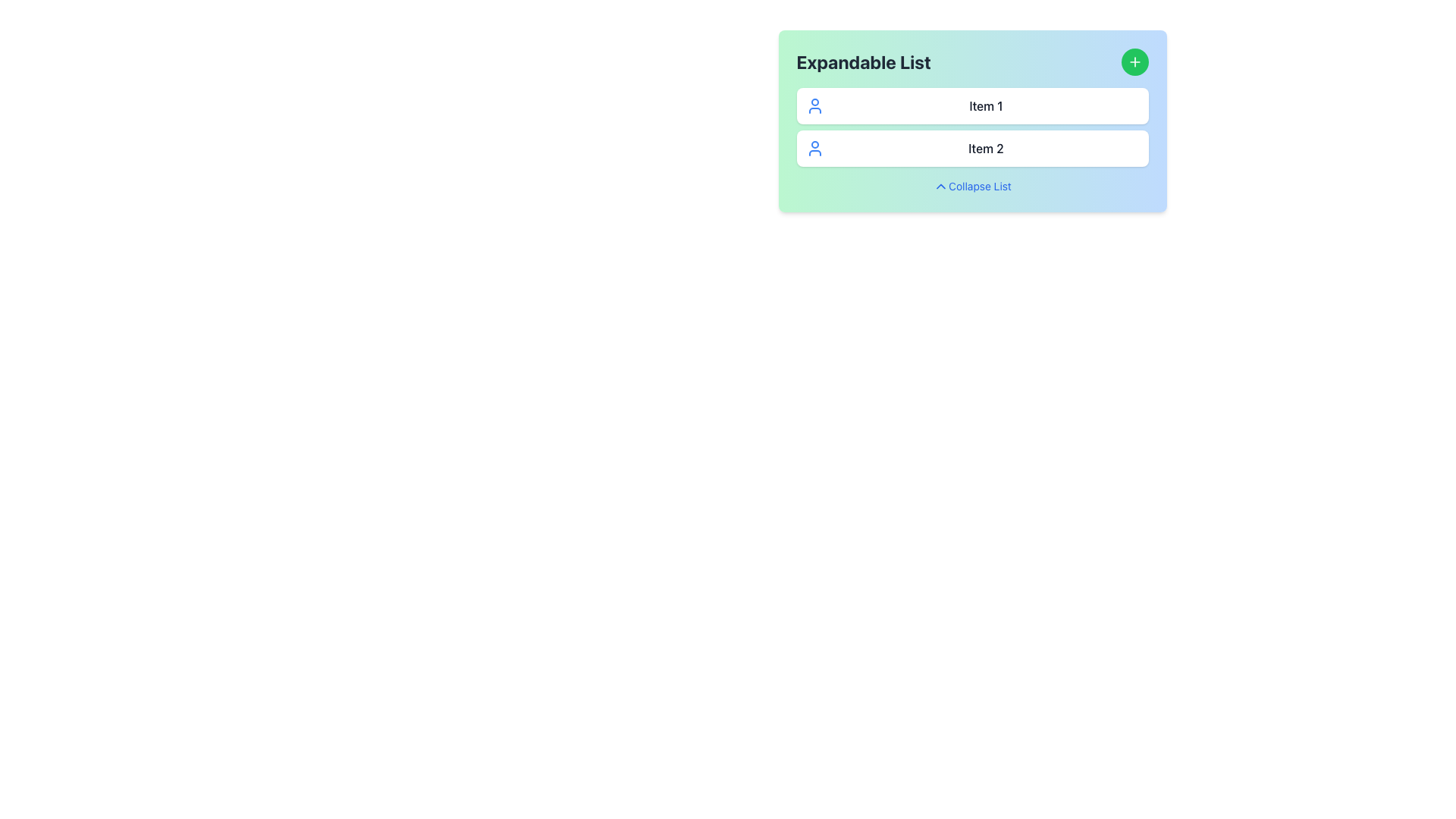 This screenshot has height=819, width=1456. I want to click on the icon representing 'Item 1' in the list located to the left of the text in the expandable section, so click(814, 105).